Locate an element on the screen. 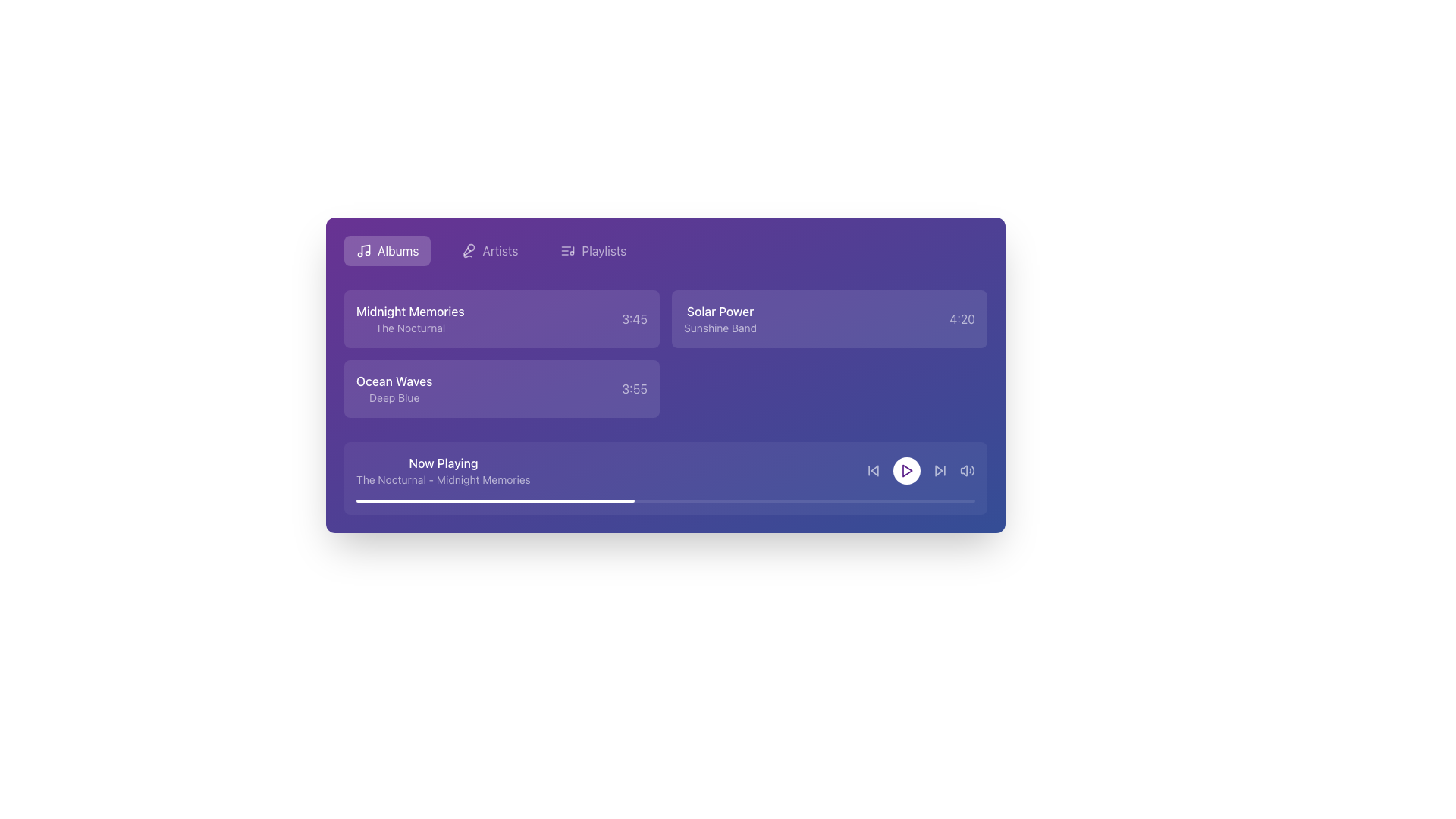 Image resolution: width=1456 pixels, height=819 pixels. the text label indicating the track name 'Ocean Waves' and its details 'Deep Blue' located in the second card of the song entries is located at coordinates (394, 388).